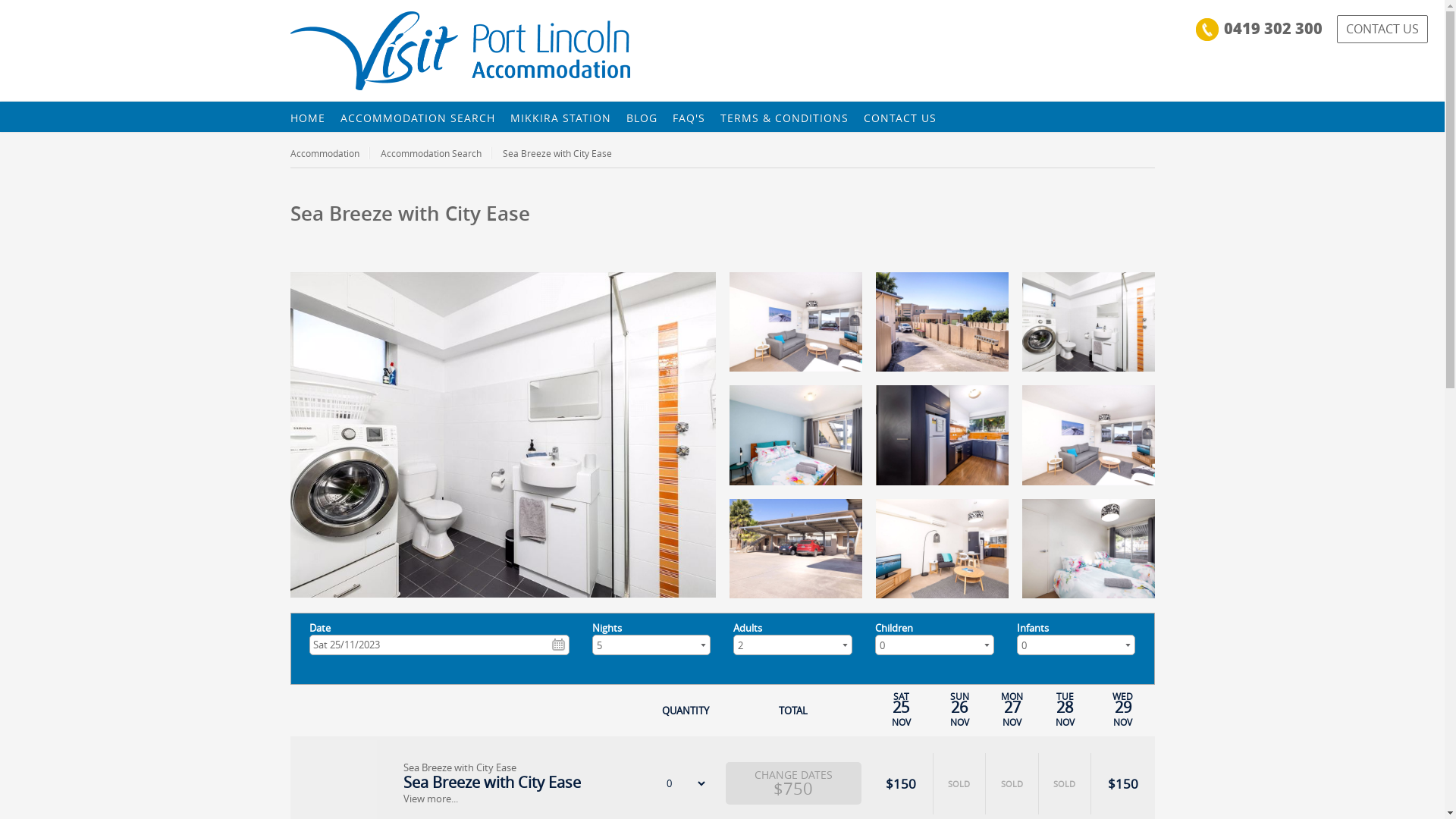 This screenshot has width=1456, height=819. What do you see at coordinates (724, 783) in the screenshot?
I see `'CHANGE DATES` at bounding box center [724, 783].